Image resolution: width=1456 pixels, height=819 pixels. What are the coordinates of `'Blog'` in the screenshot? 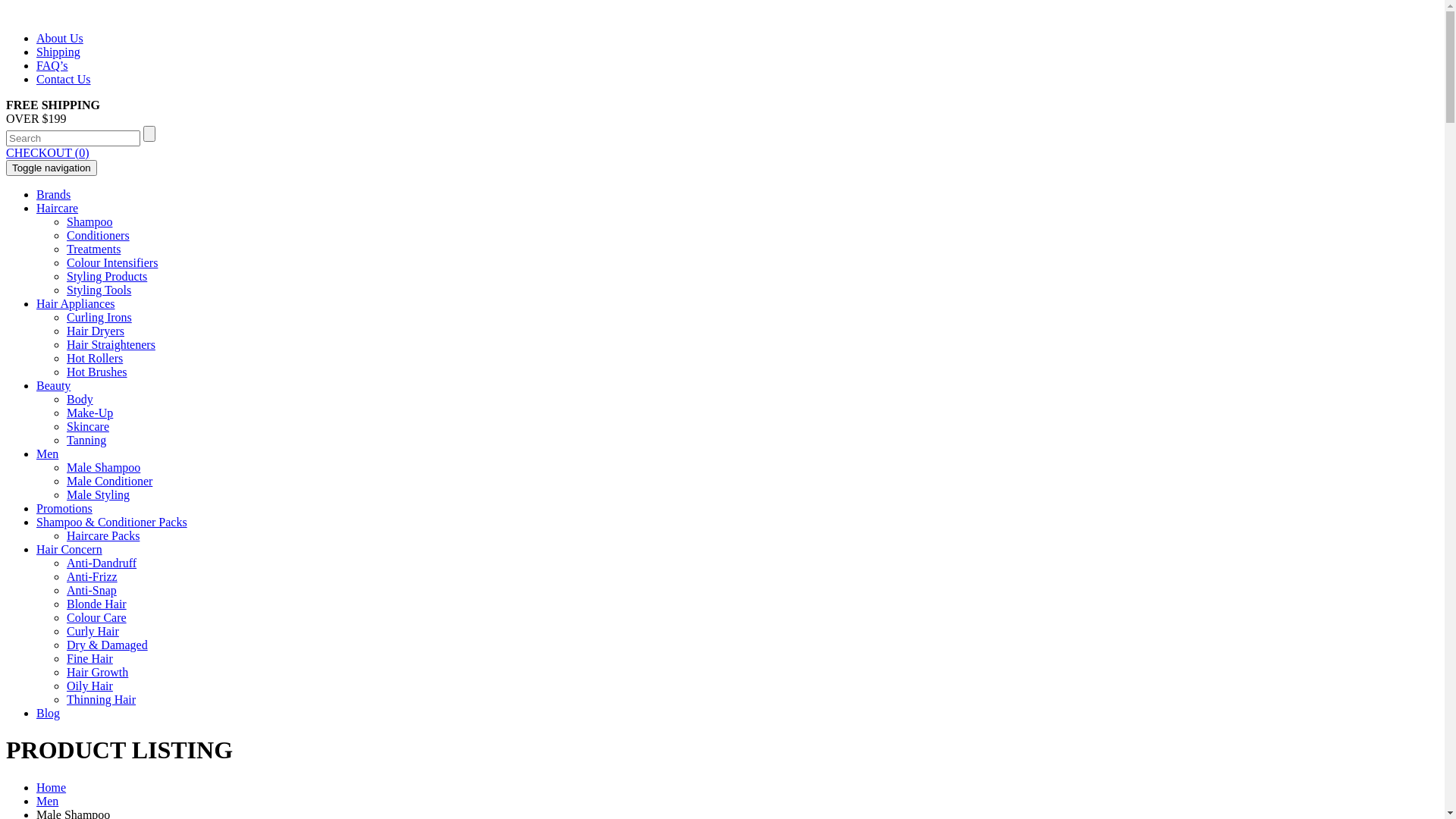 It's located at (48, 713).